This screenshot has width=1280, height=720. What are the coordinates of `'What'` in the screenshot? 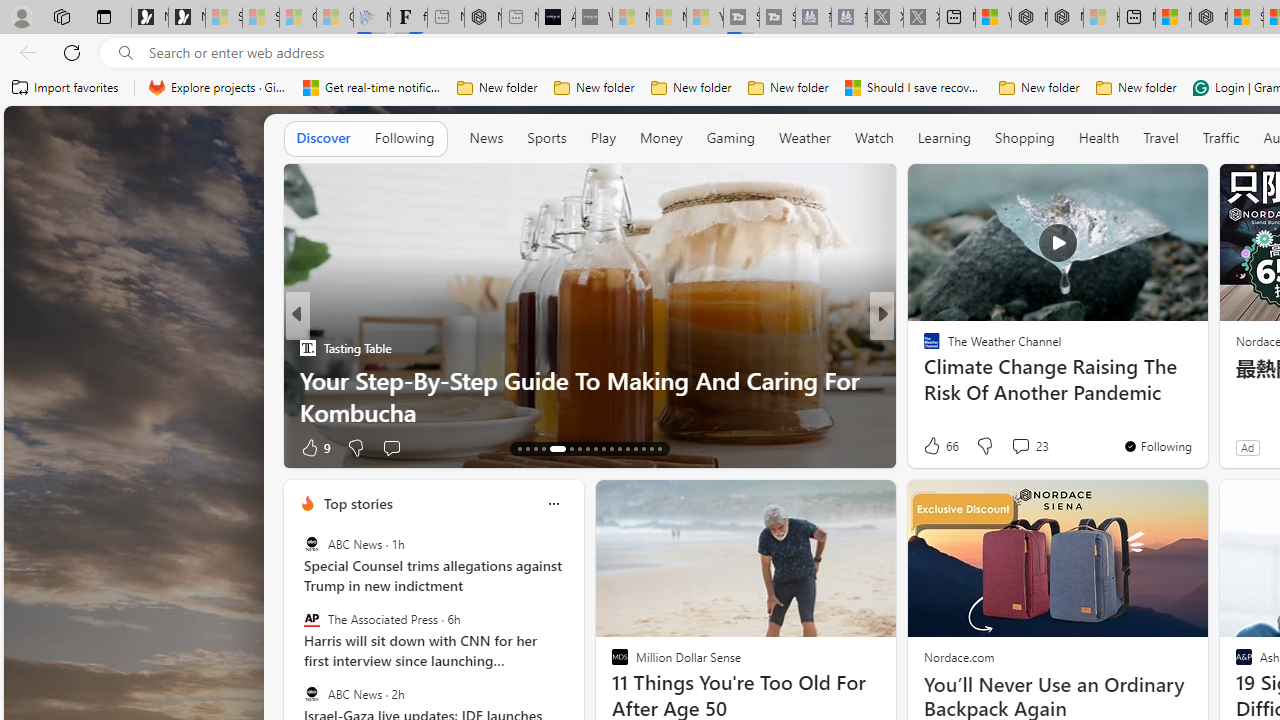 It's located at (592, 17).